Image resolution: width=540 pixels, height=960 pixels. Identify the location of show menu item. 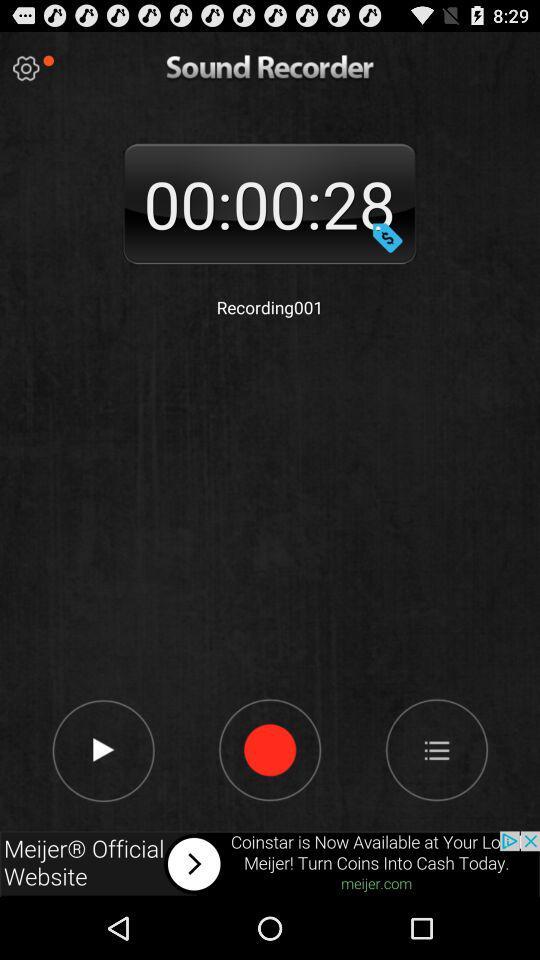
(435, 748).